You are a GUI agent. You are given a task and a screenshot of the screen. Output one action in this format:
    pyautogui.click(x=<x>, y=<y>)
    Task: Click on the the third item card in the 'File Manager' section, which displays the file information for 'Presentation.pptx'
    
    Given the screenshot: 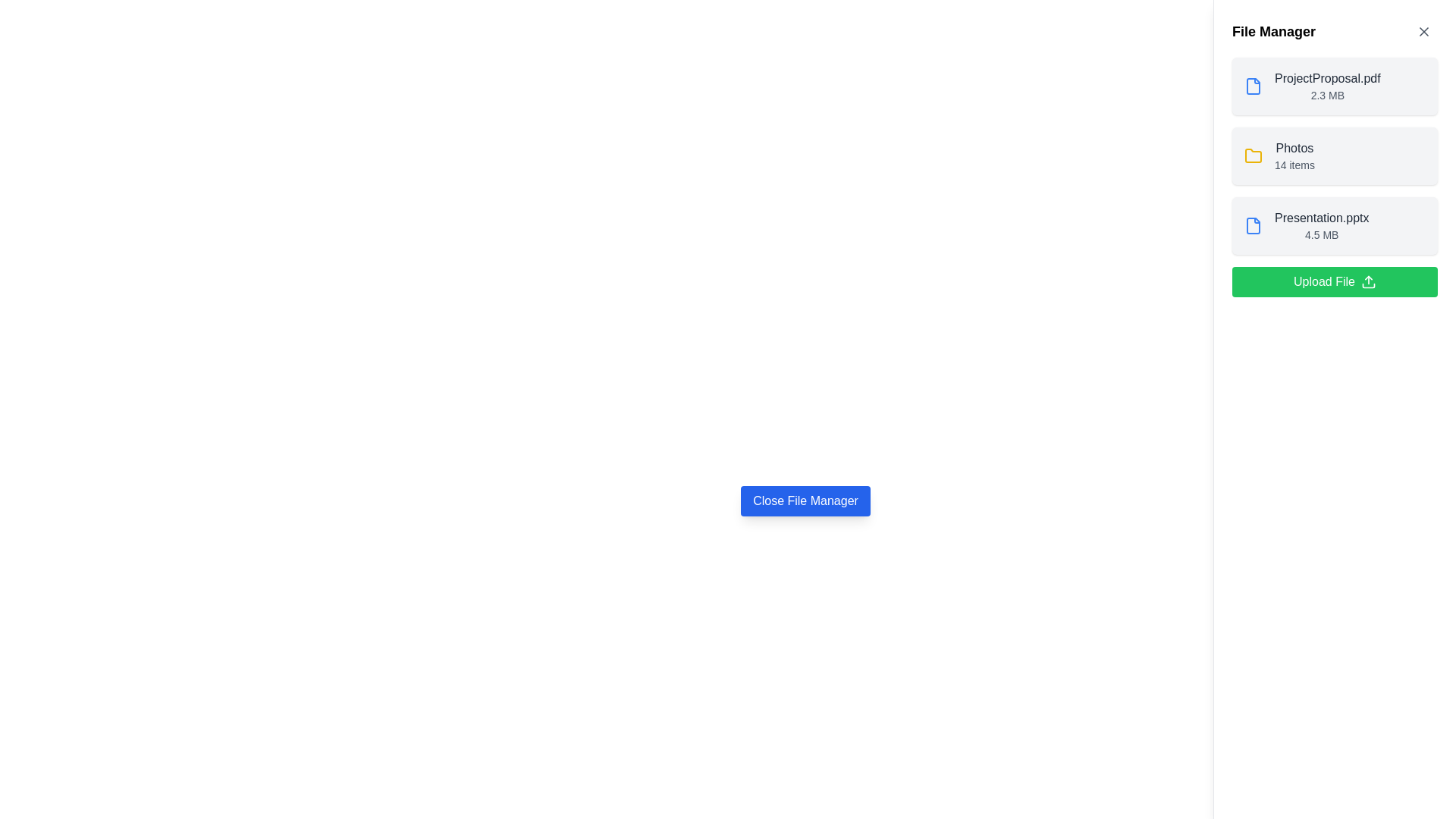 What is the action you would take?
    pyautogui.click(x=1335, y=225)
    